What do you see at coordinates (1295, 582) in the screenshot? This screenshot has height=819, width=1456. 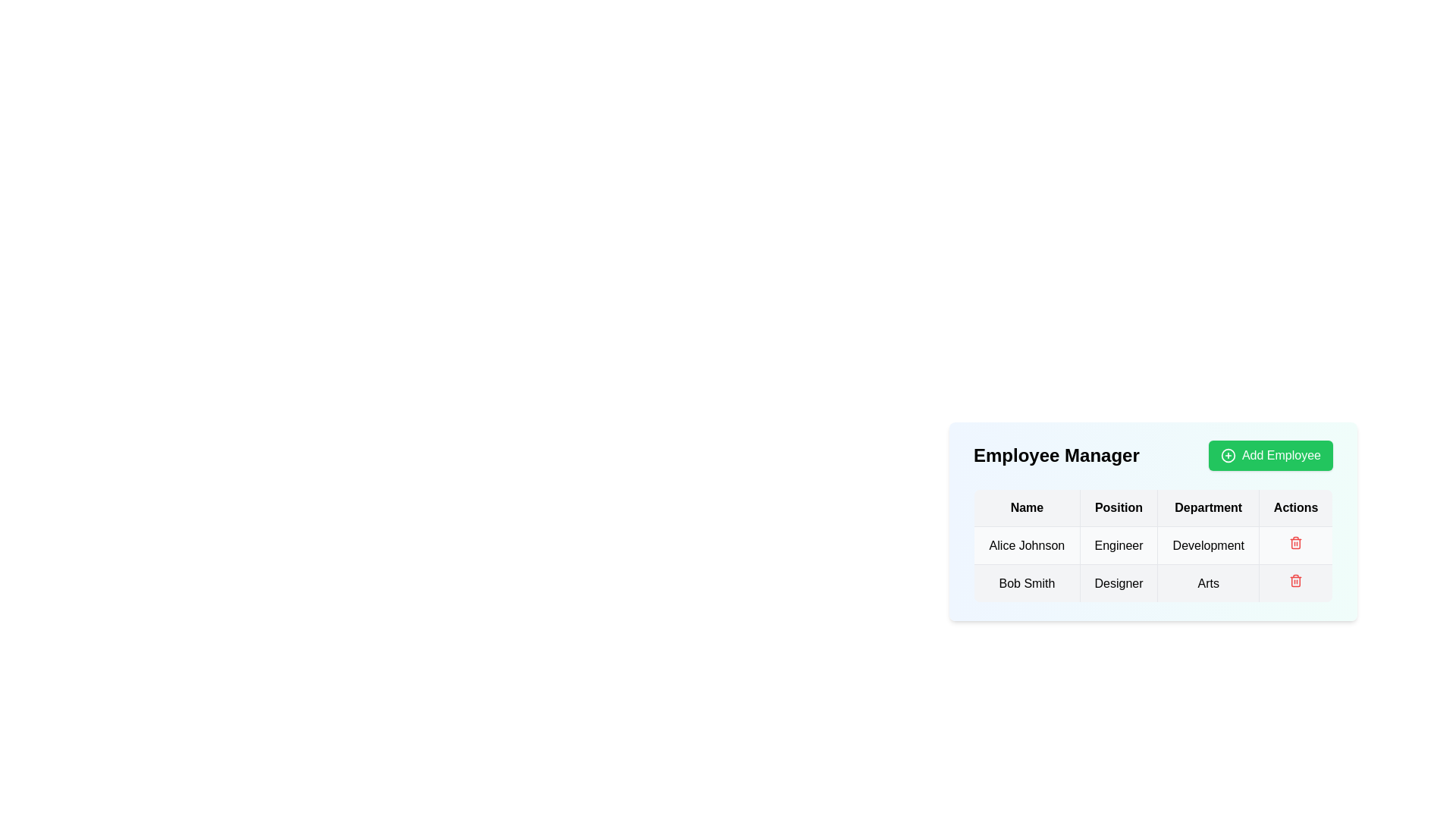 I see `the delete button for employee Bob Smith located in the last column of the second row under the 'Actions' column of the table` at bounding box center [1295, 582].